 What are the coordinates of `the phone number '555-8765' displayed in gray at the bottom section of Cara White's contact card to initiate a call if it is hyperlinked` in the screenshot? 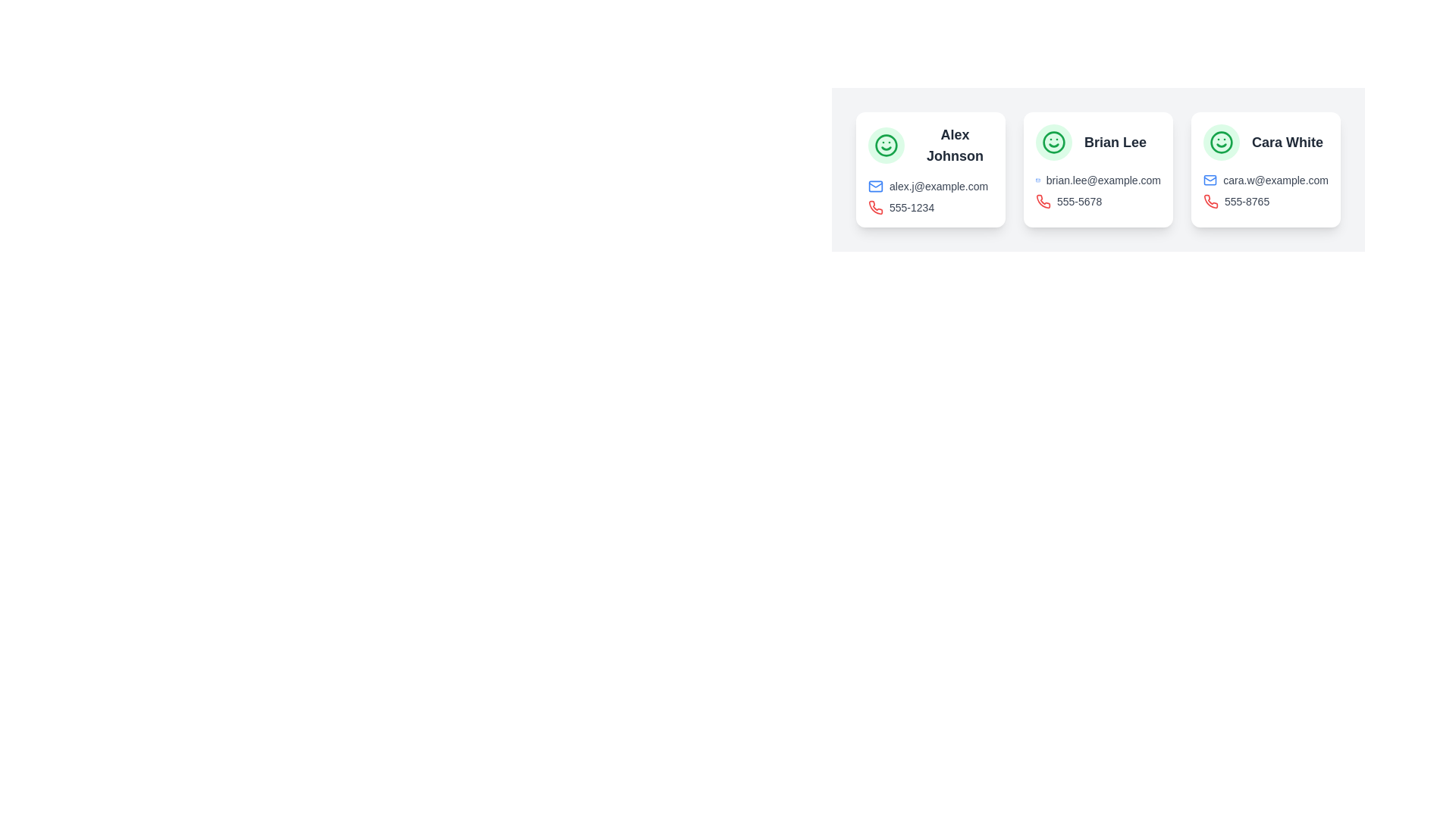 It's located at (1247, 201).